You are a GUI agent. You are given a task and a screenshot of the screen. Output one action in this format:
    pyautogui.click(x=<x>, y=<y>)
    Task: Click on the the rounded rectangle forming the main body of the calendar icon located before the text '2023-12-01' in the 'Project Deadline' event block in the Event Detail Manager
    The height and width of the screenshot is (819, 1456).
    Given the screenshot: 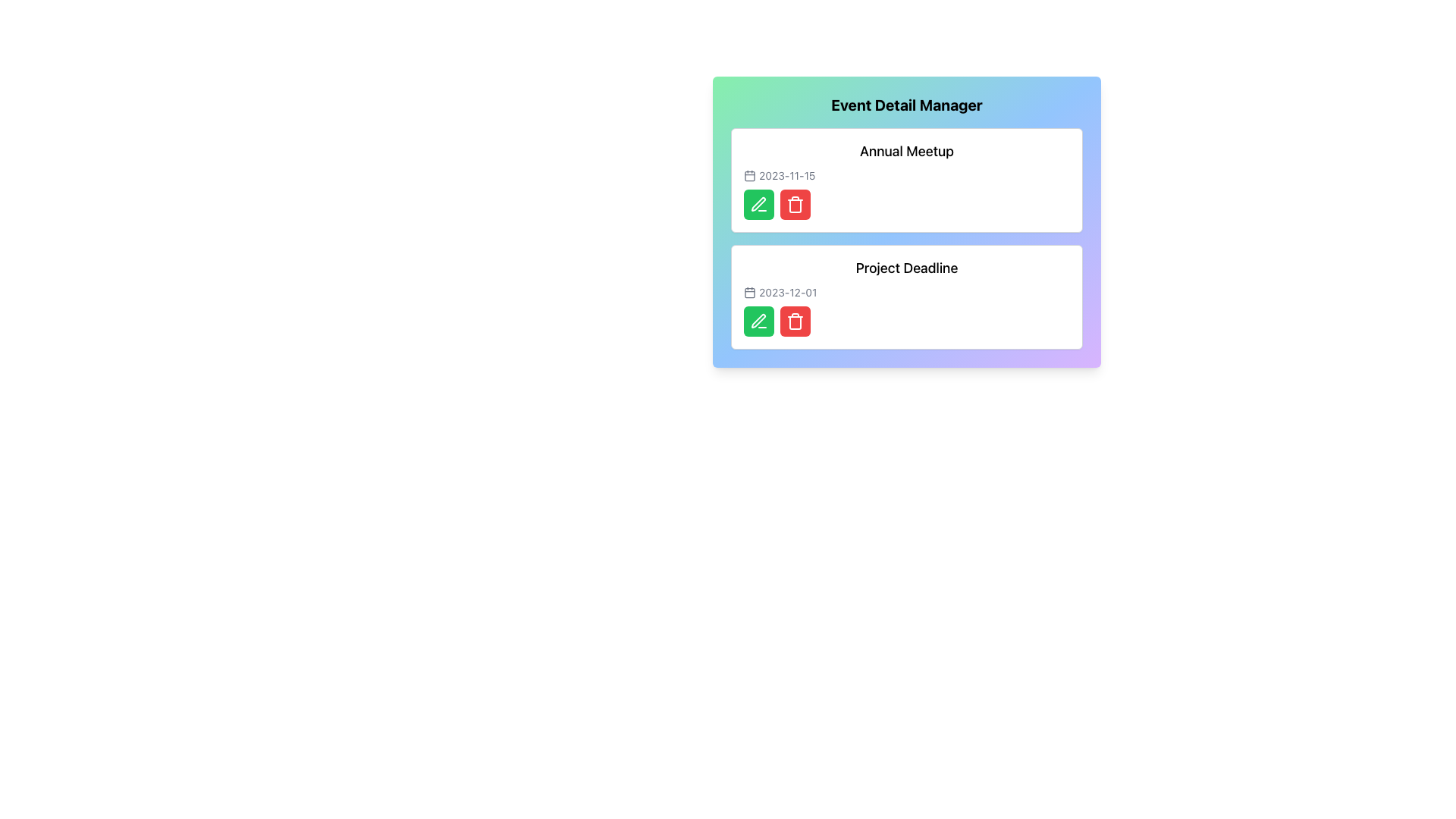 What is the action you would take?
    pyautogui.click(x=749, y=292)
    